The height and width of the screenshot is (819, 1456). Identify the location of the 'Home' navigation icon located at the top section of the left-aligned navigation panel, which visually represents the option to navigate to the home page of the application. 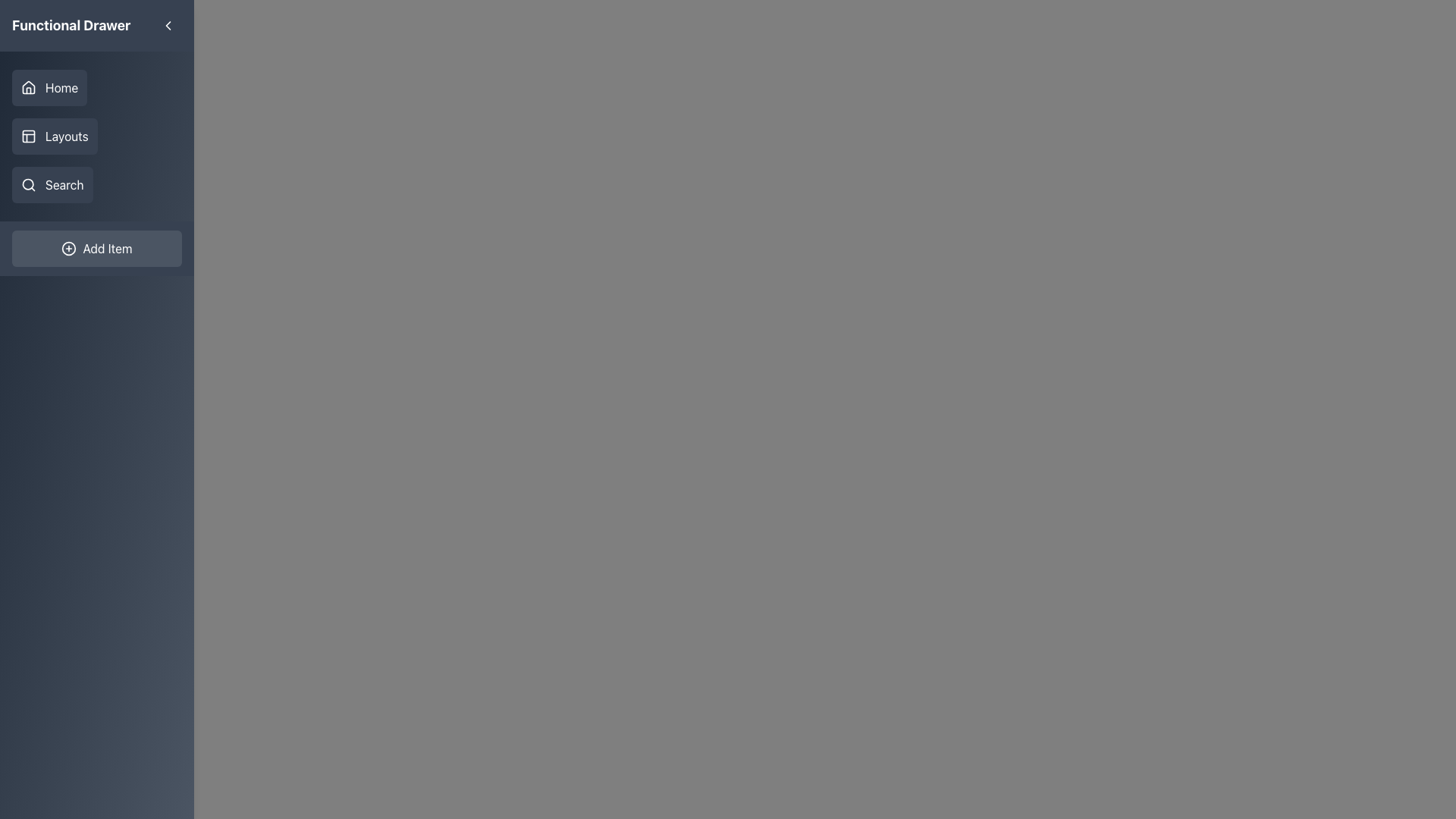
(29, 87).